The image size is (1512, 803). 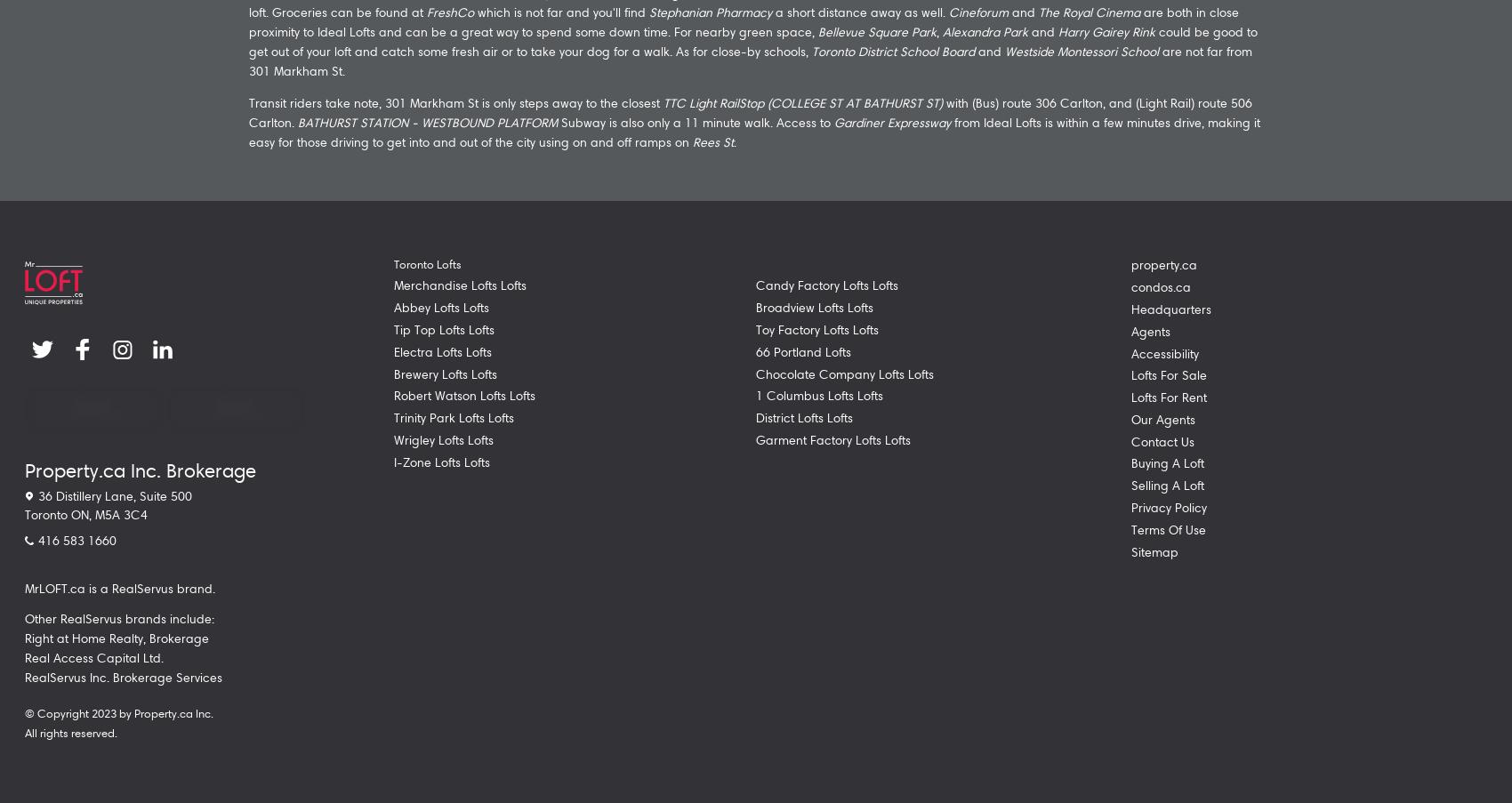 What do you see at coordinates (427, 120) in the screenshot?
I see `'BATHURST STATION - WESTBOUND PLATFORM'` at bounding box center [427, 120].